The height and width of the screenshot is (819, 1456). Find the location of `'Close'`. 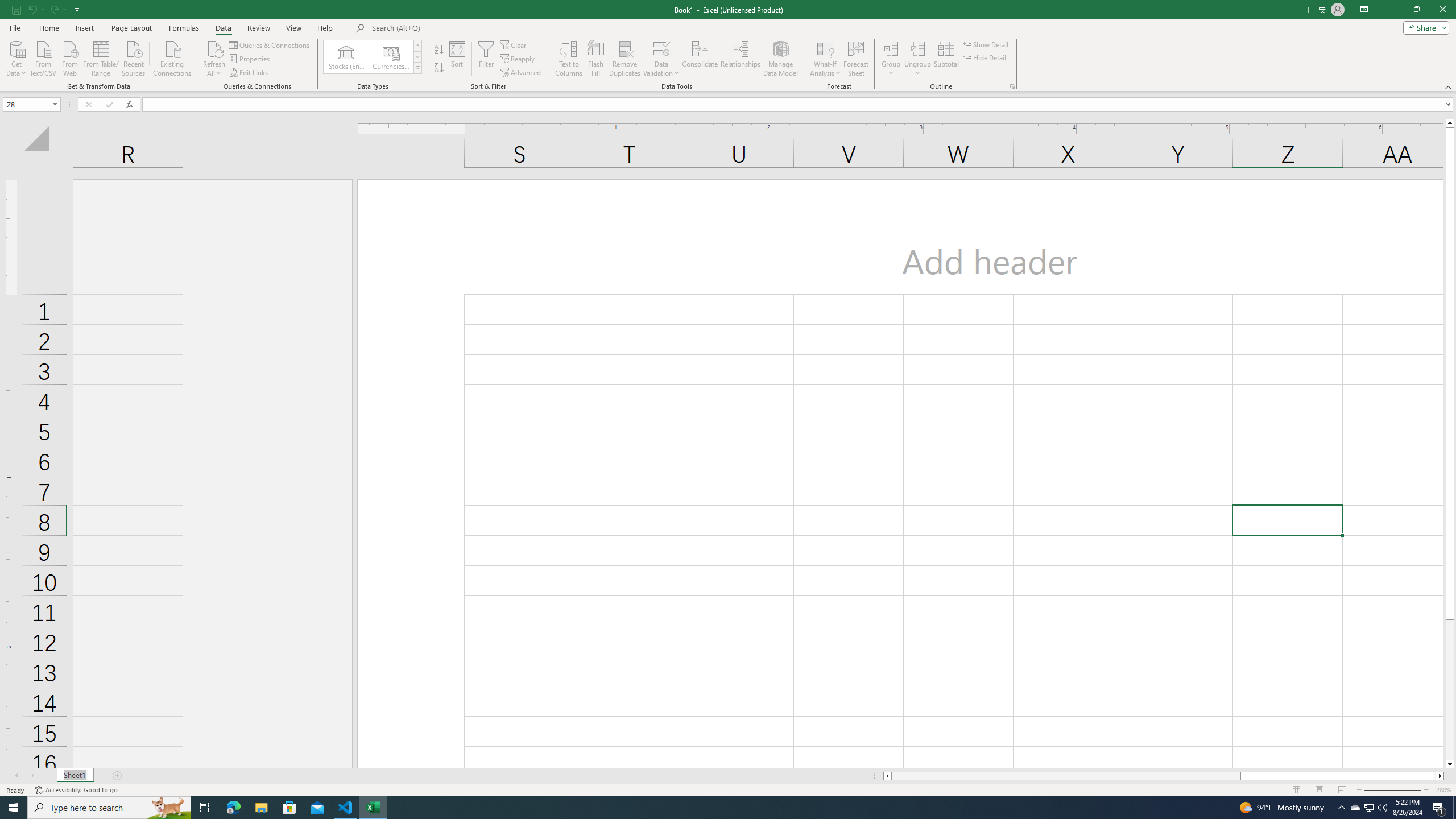

'Close' is located at coordinates (1442, 9).